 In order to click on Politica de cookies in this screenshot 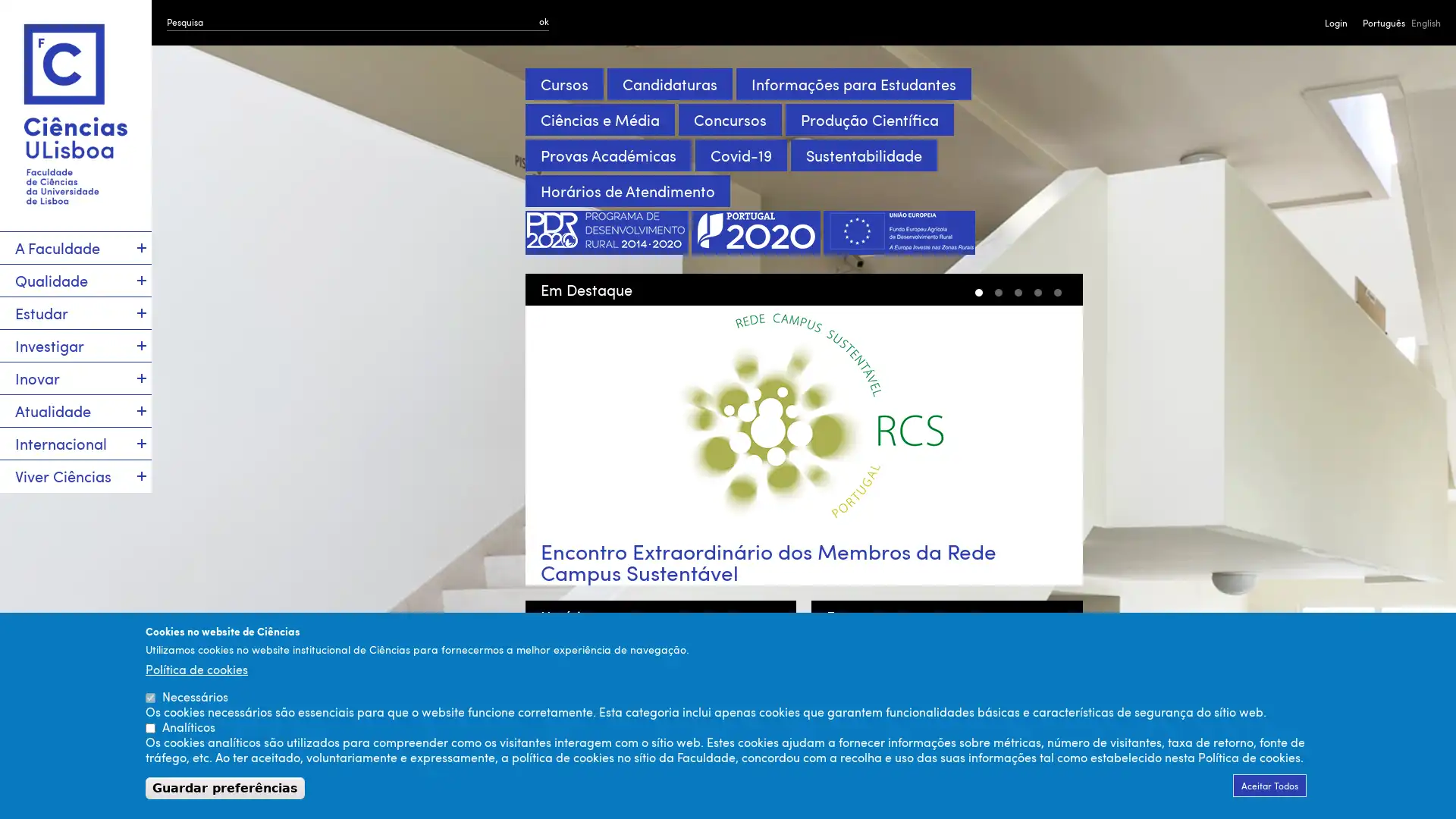, I will do `click(196, 668)`.